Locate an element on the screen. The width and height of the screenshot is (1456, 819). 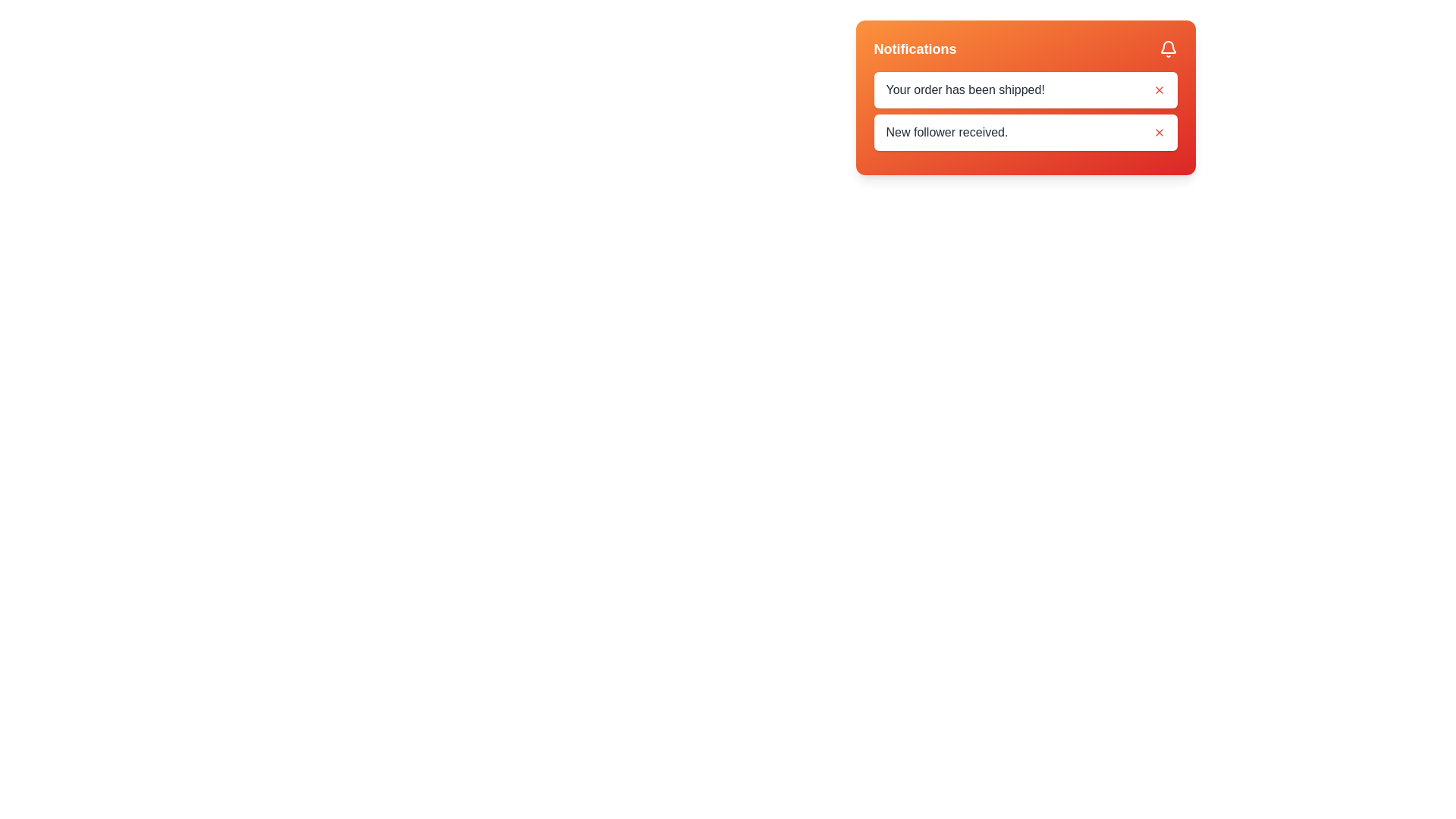
the graphical representation within the SVG that indicates the notifications section, located in the top-right corner of the notifications panel is located at coordinates (1167, 46).